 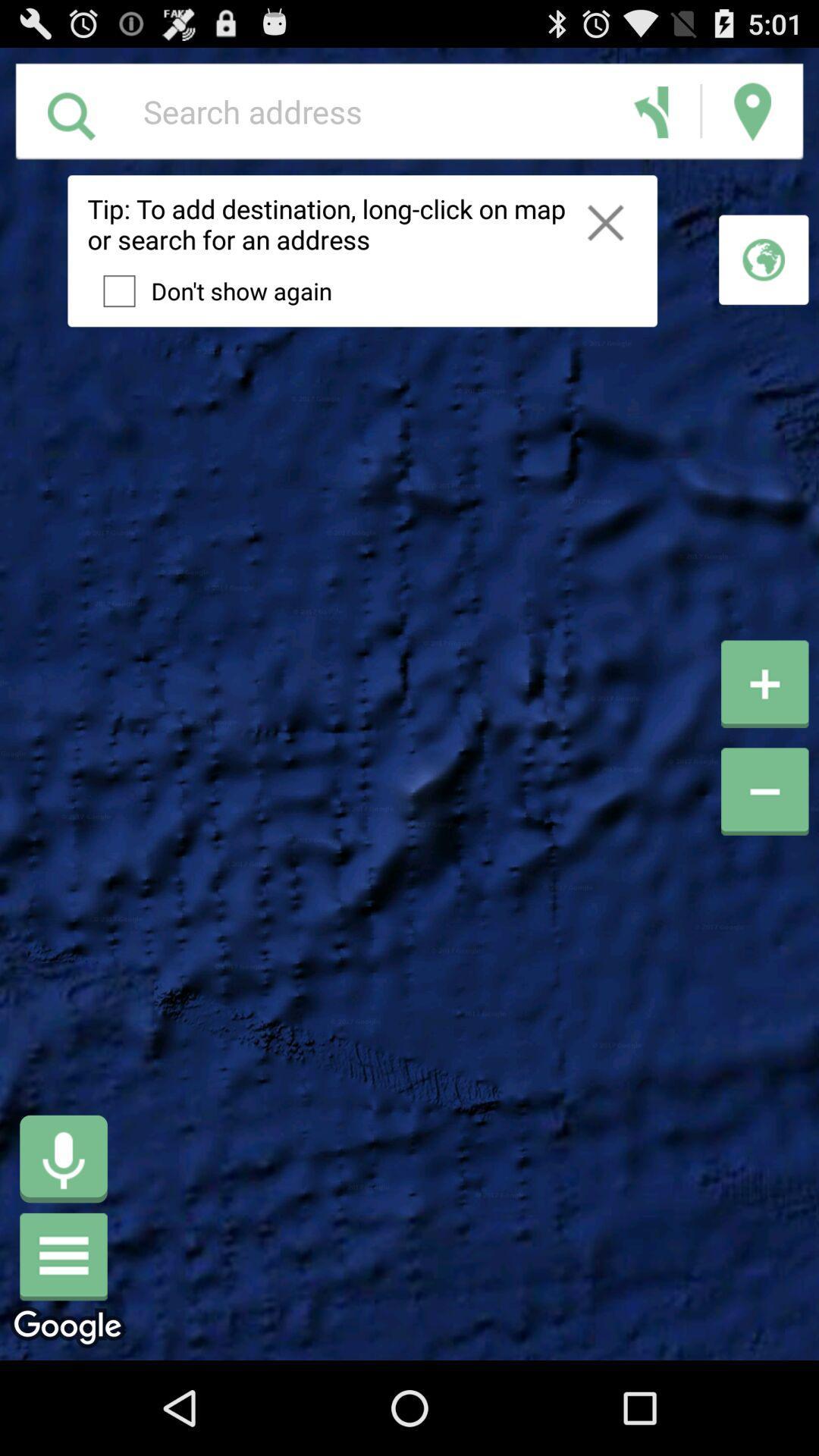 What do you see at coordinates (752, 118) in the screenshot?
I see `the location icon` at bounding box center [752, 118].